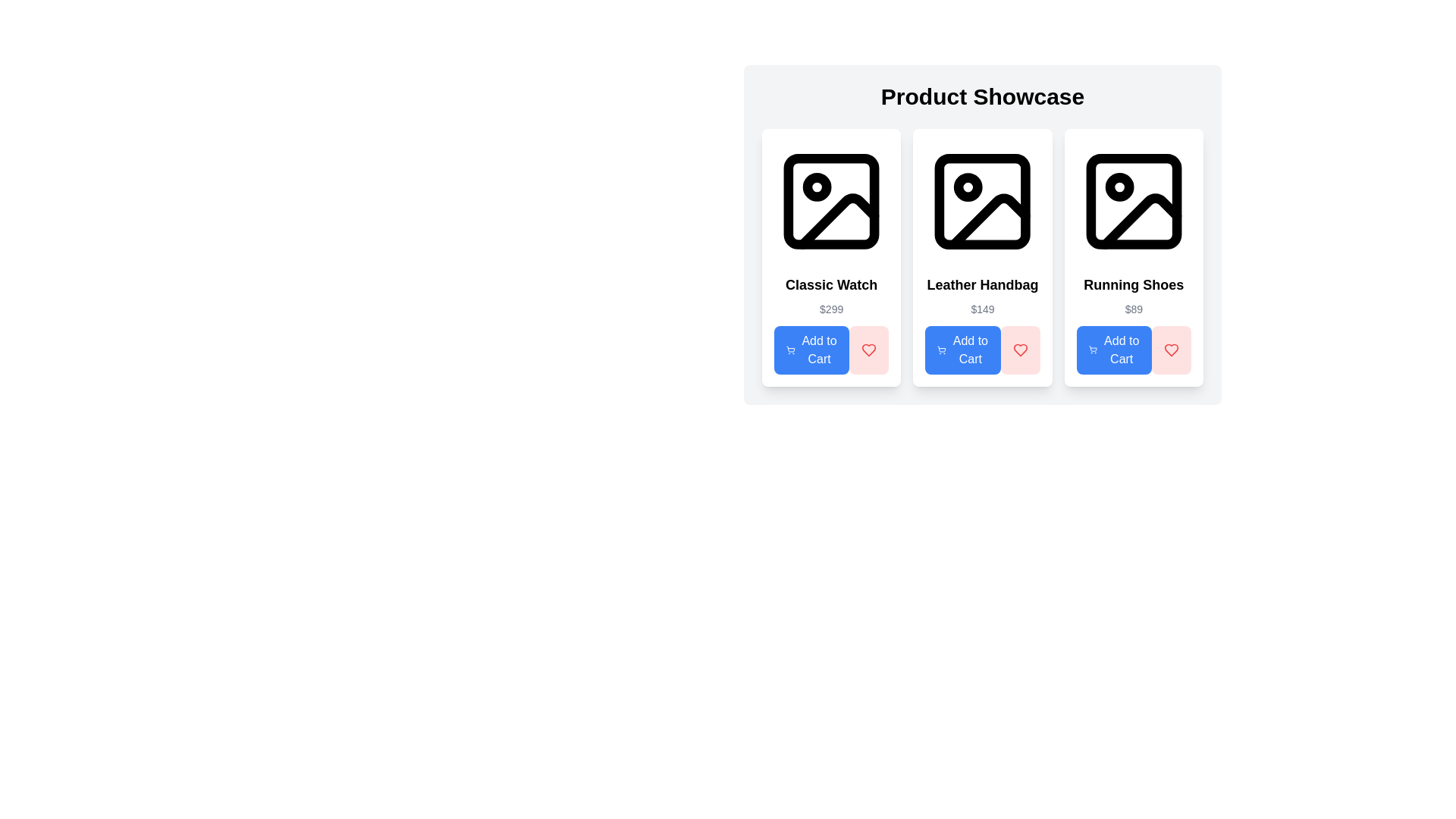 This screenshot has height=819, width=1456. I want to click on the SVG placeholder image representing a photograph associated with the product 'Leather Handbag', which is centrally placed within a card layout, so click(983, 201).